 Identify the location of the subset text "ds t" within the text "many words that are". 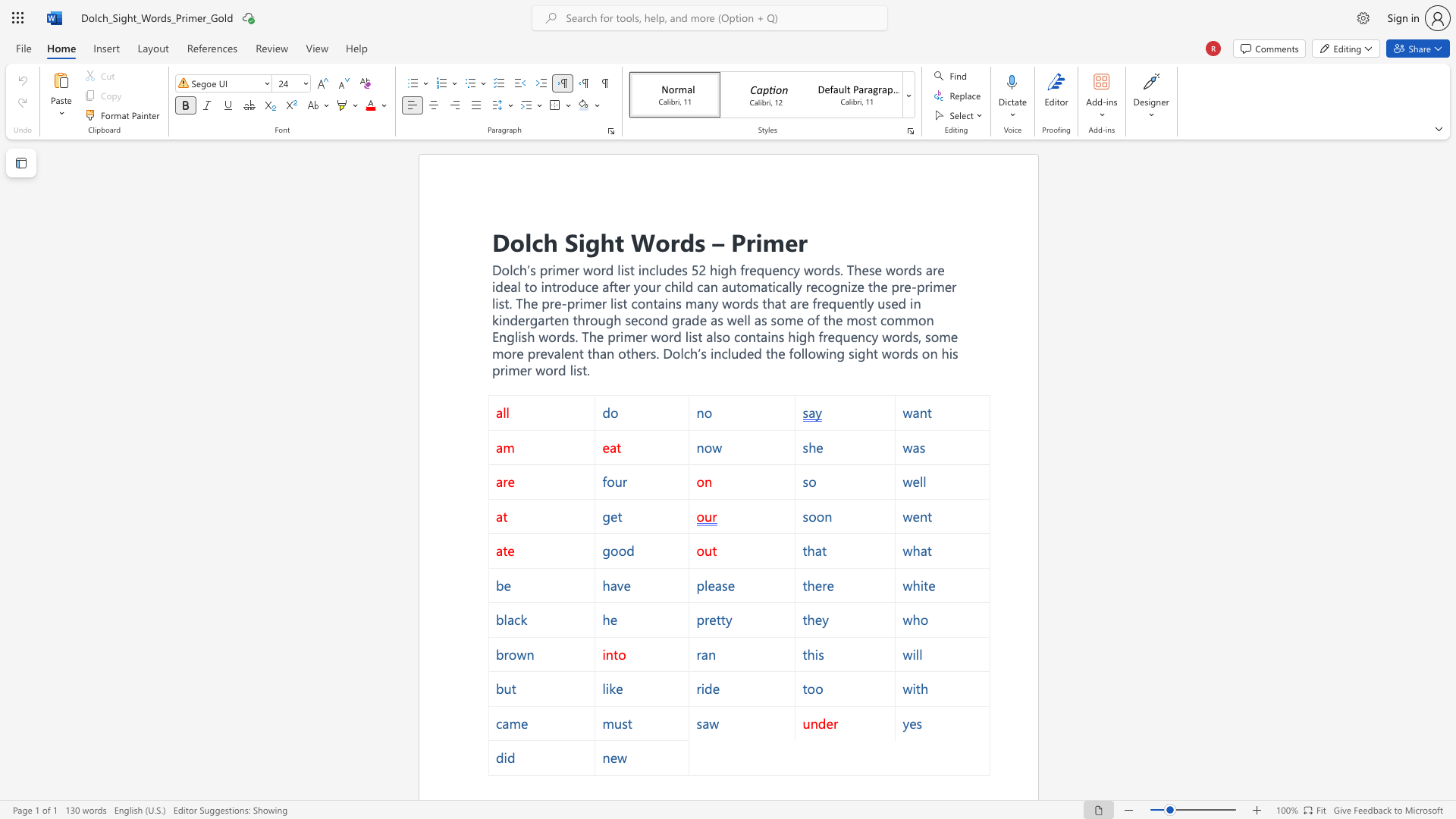
(745, 303).